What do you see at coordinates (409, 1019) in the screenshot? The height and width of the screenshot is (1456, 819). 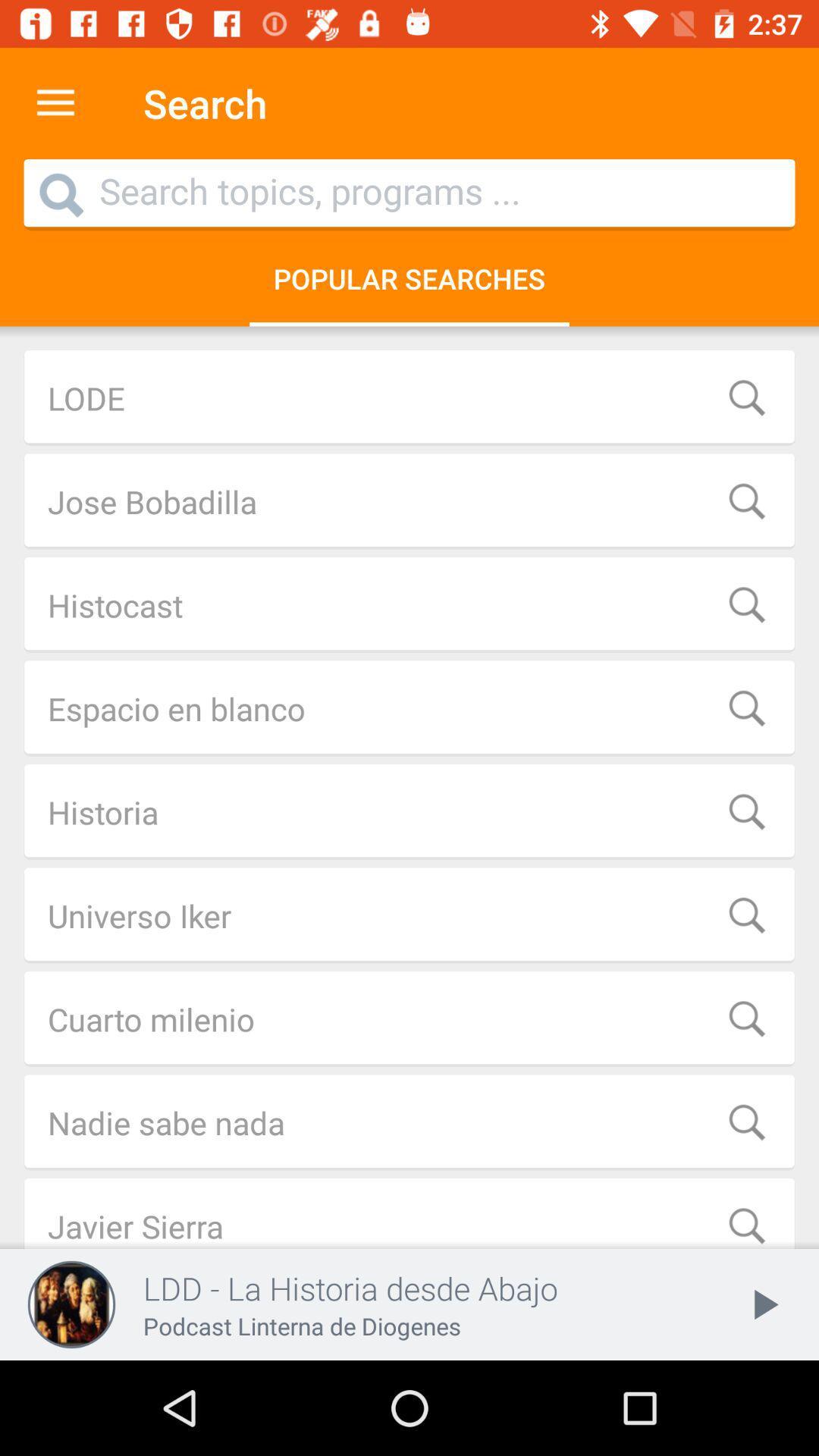 I see `item above the nadie sabe nada item` at bounding box center [409, 1019].